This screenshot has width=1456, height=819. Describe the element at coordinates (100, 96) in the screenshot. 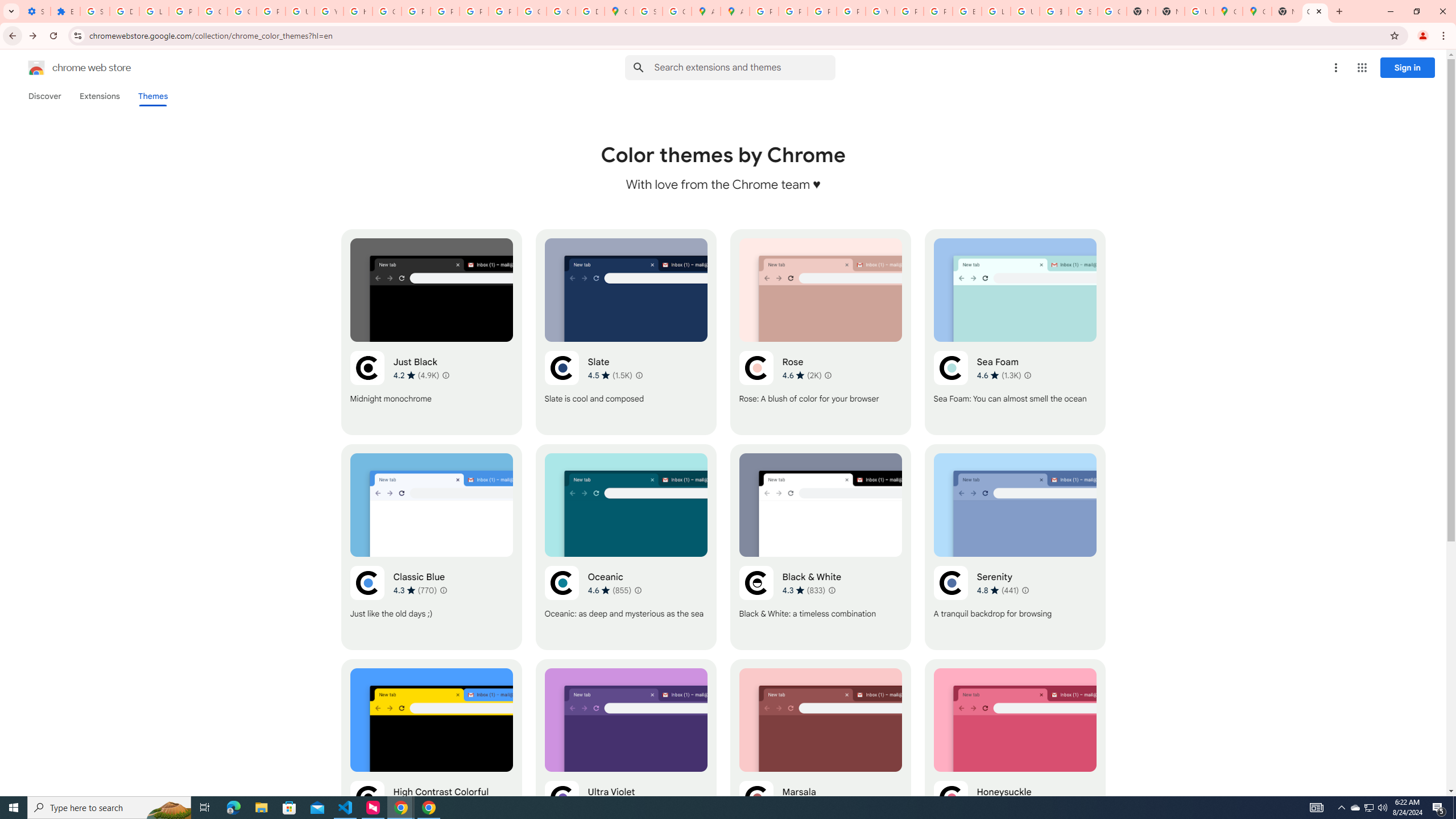

I see `'Extensions'` at that location.